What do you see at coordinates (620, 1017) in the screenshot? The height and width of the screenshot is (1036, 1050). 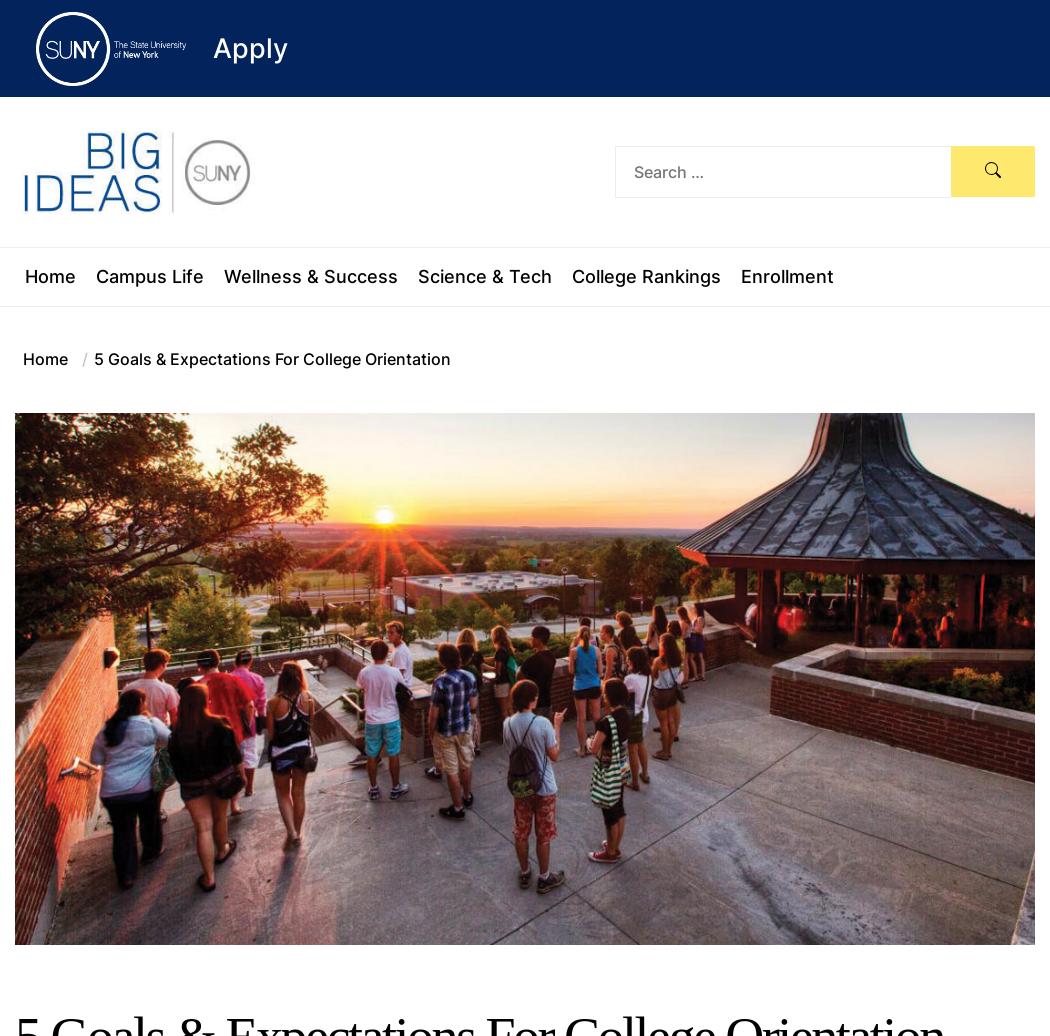 I see `'January 23, 2023'` at bounding box center [620, 1017].